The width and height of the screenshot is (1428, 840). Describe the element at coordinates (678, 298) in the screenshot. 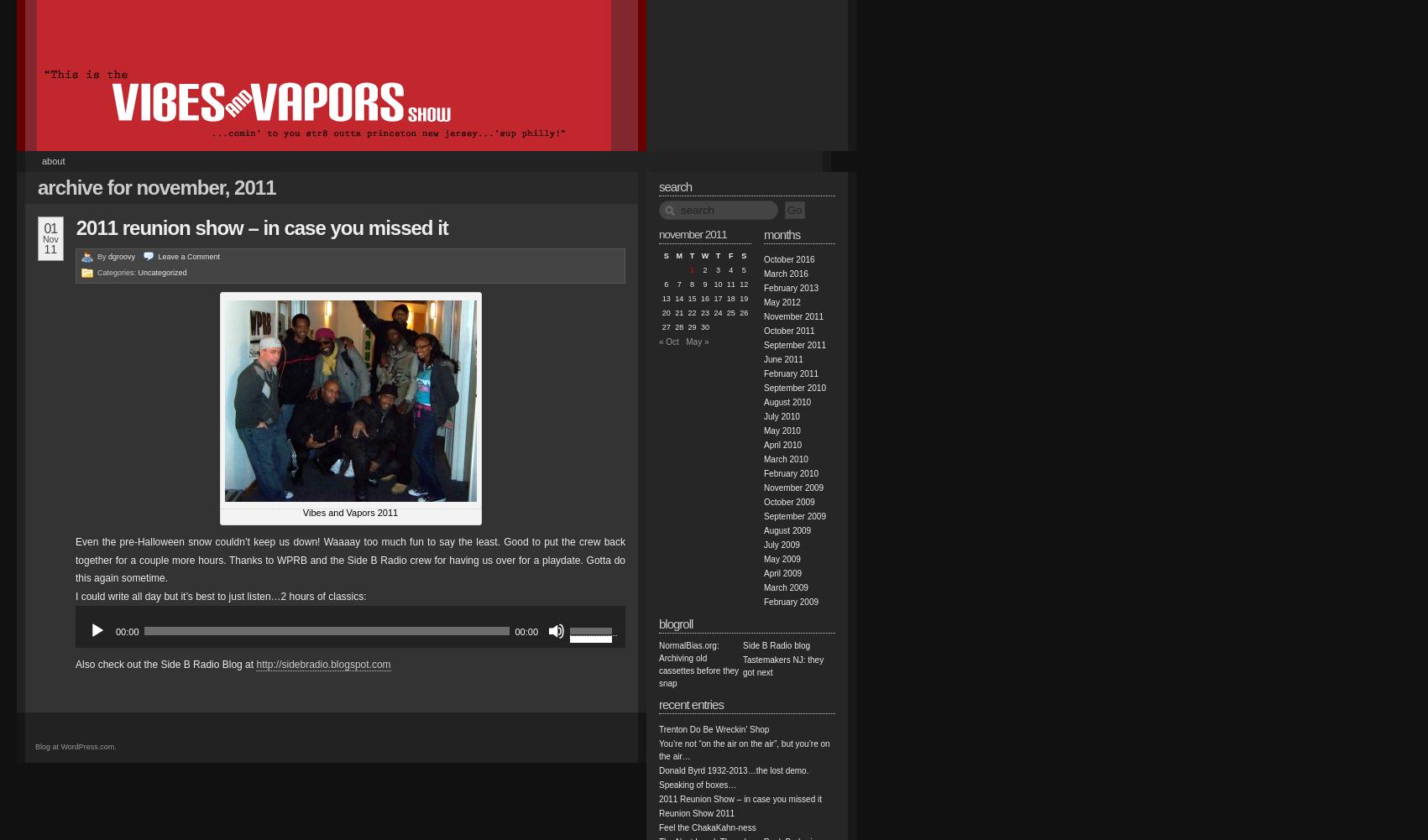

I see `'14'` at that location.